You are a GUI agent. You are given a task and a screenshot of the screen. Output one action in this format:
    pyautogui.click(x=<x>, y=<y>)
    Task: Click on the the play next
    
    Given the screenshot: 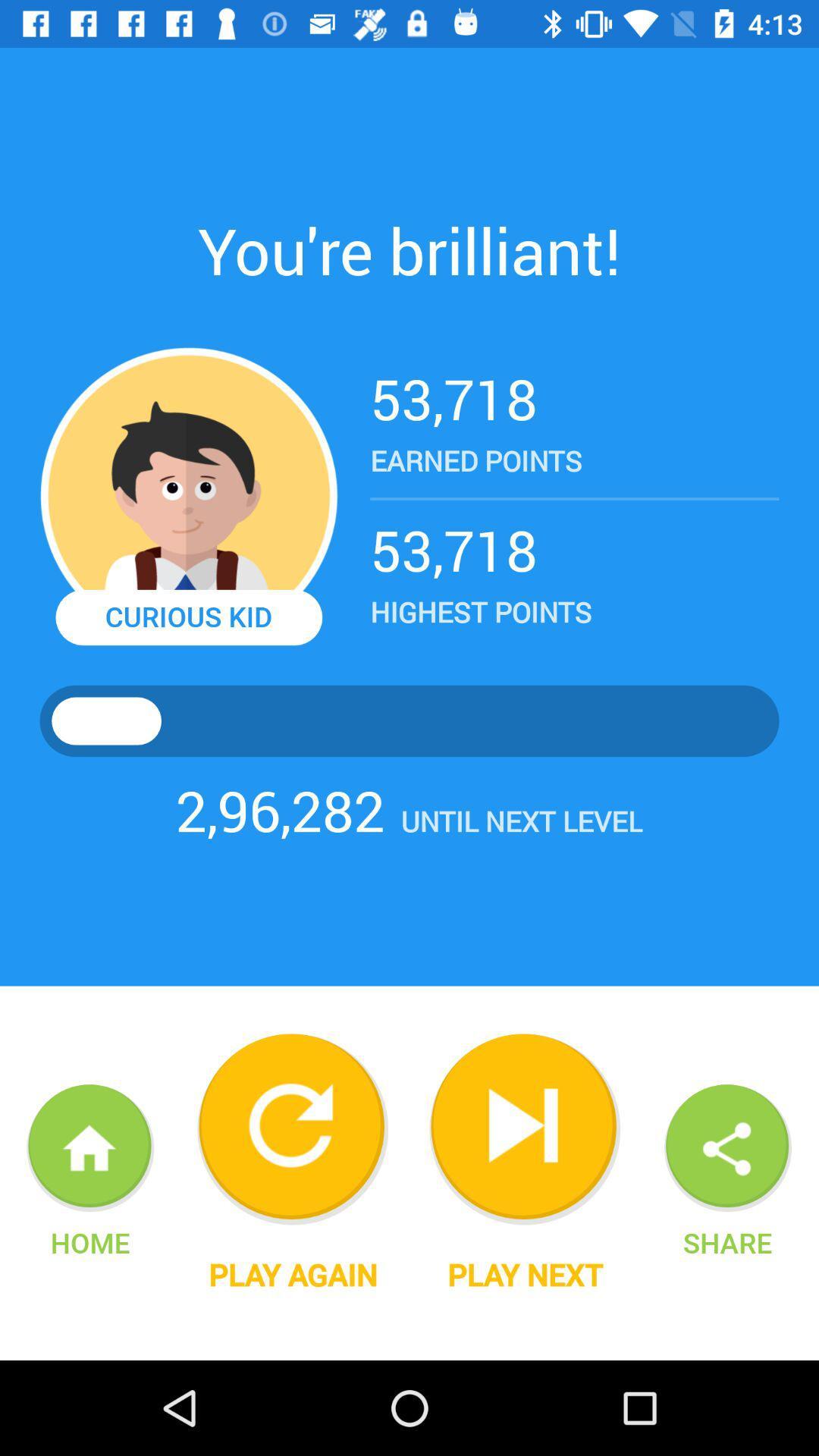 What is the action you would take?
    pyautogui.click(x=524, y=1274)
    